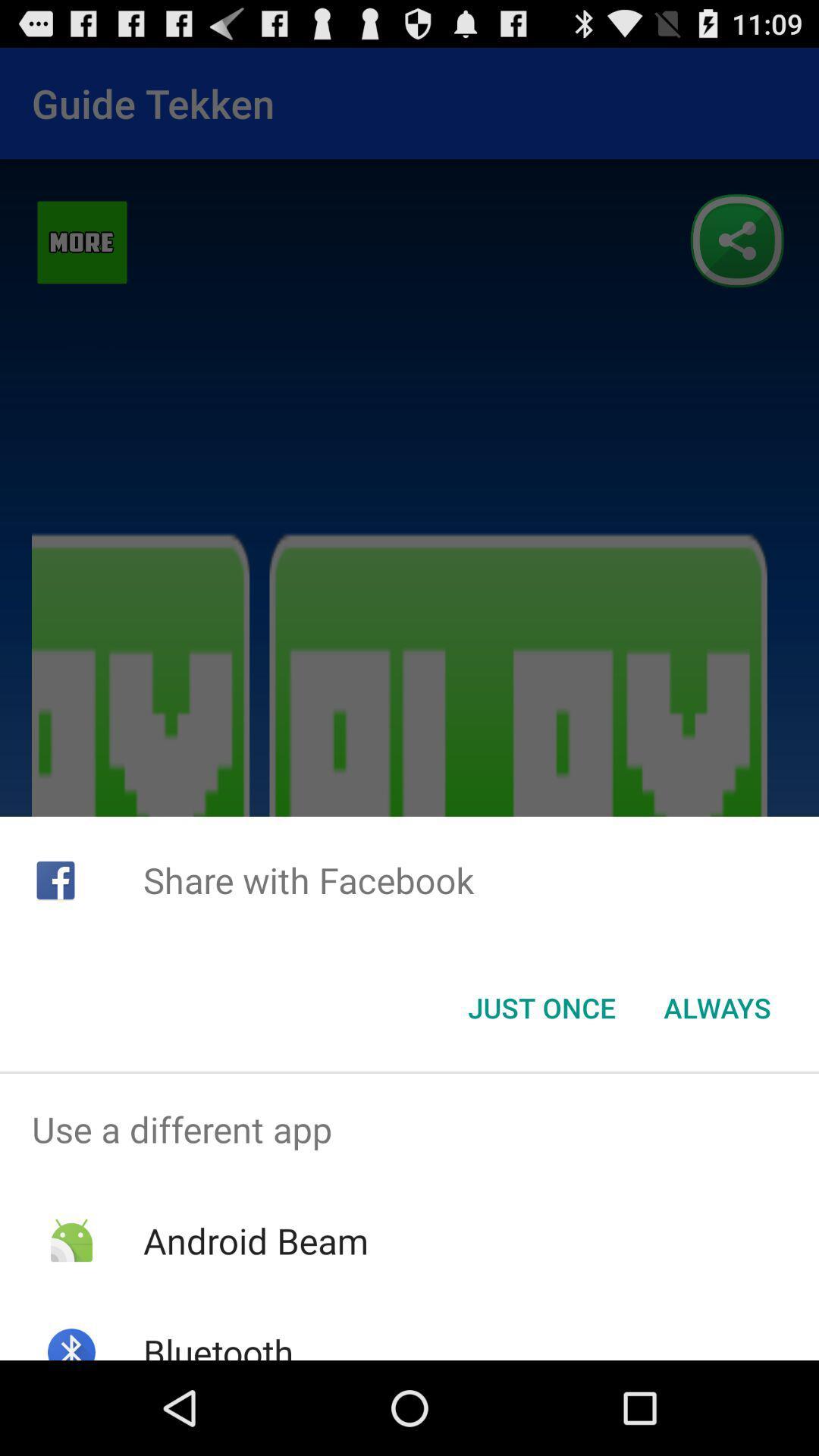  I want to click on the icon to the left of always item, so click(541, 1008).